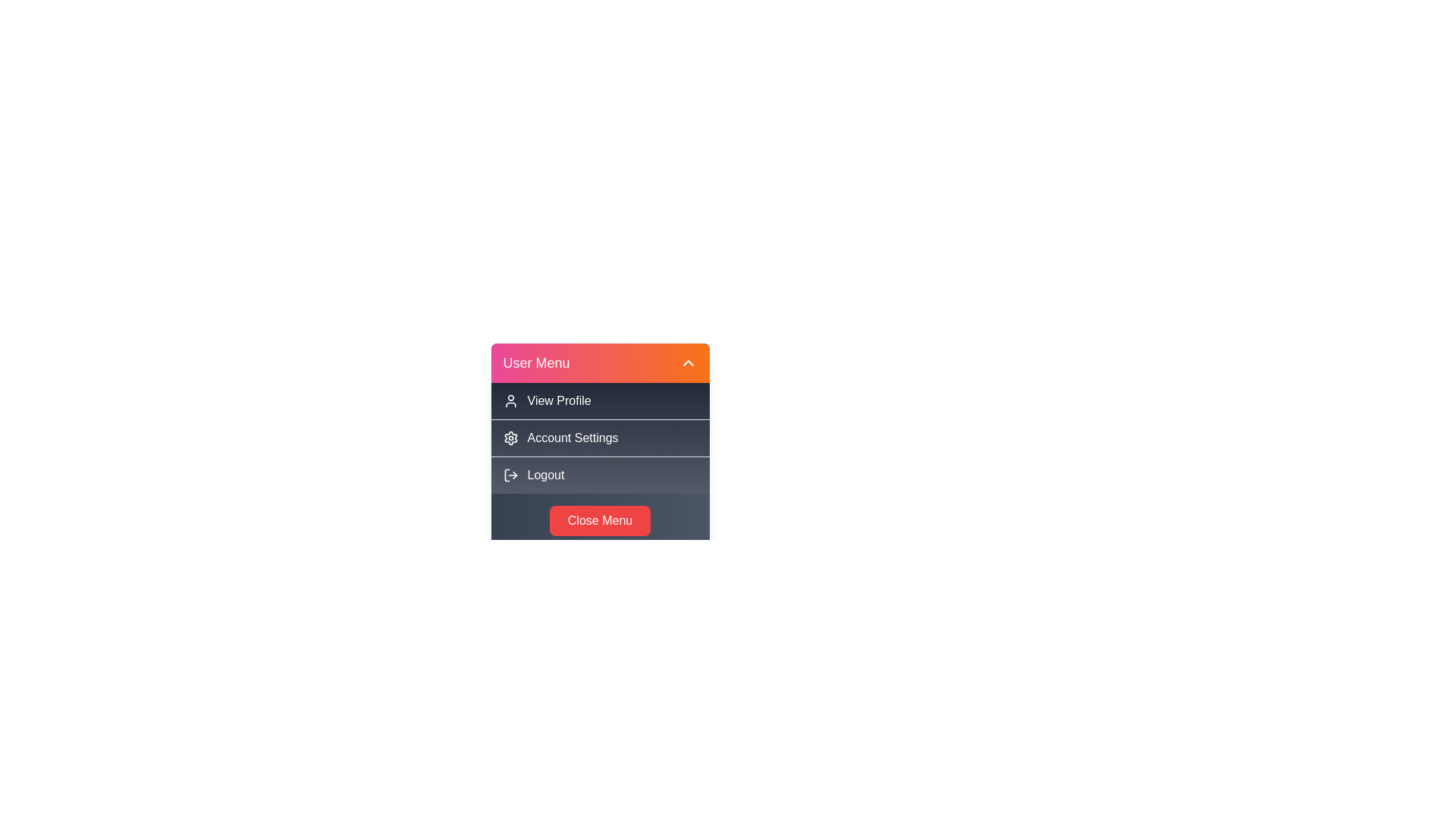 Image resolution: width=1456 pixels, height=819 pixels. Describe the element at coordinates (599, 474) in the screenshot. I see `the 'Logout' option in the menu` at that location.